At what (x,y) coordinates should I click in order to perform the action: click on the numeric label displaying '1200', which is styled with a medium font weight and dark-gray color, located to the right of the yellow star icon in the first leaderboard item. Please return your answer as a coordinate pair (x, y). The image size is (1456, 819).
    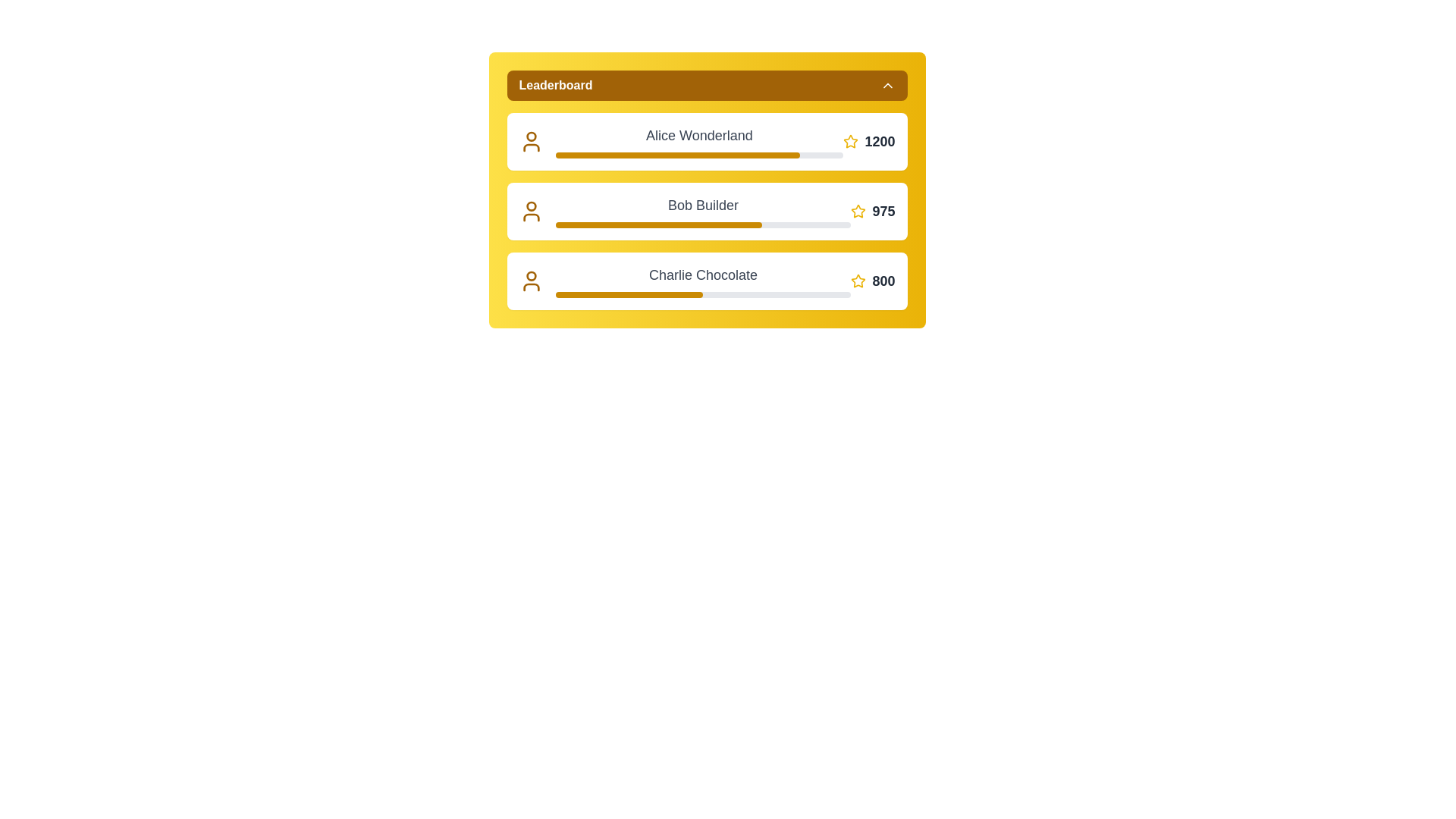
    Looking at the image, I should click on (880, 141).